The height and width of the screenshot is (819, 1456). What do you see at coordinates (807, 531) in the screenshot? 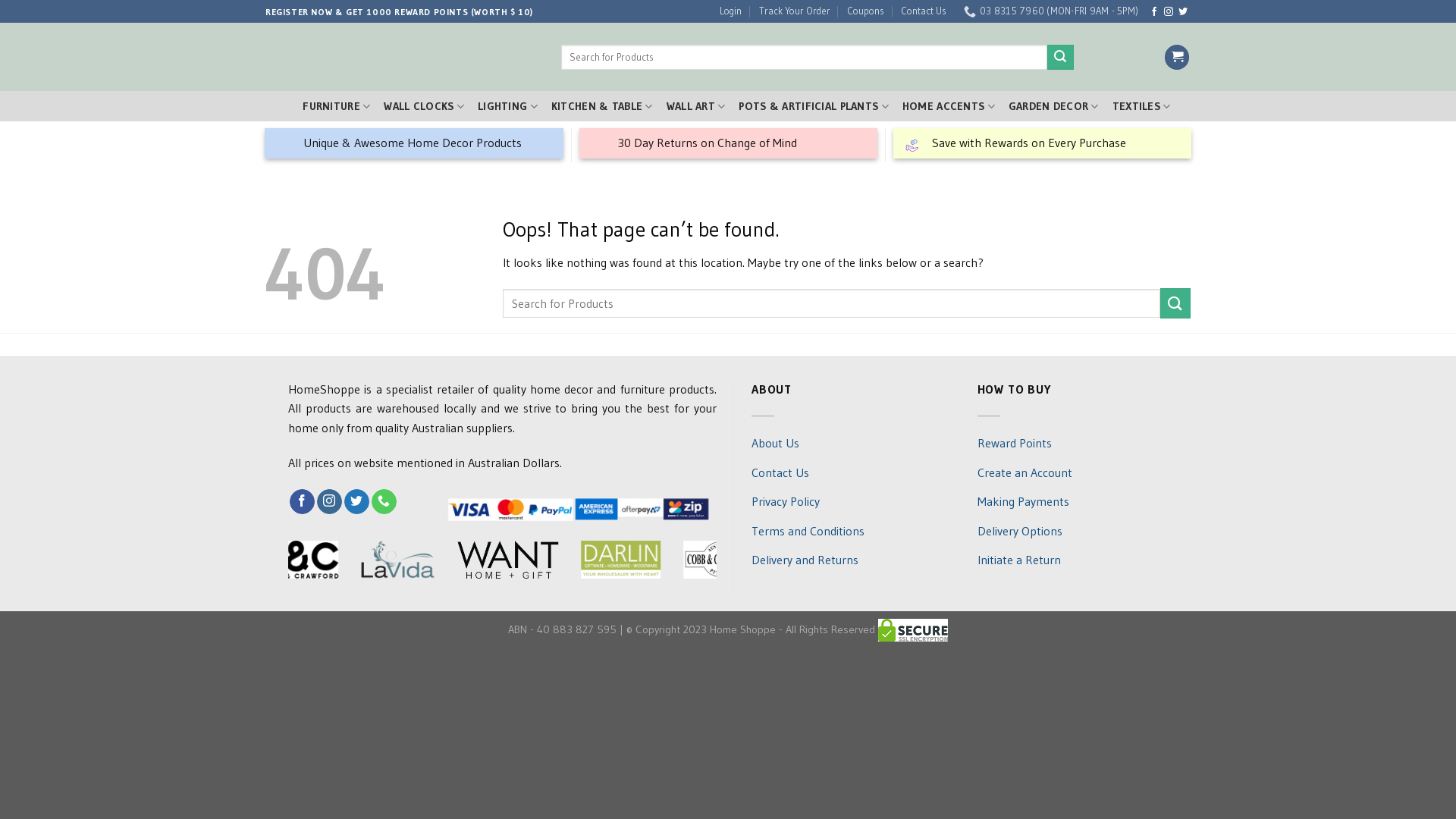
I see `'Terms and Conditions'` at bounding box center [807, 531].